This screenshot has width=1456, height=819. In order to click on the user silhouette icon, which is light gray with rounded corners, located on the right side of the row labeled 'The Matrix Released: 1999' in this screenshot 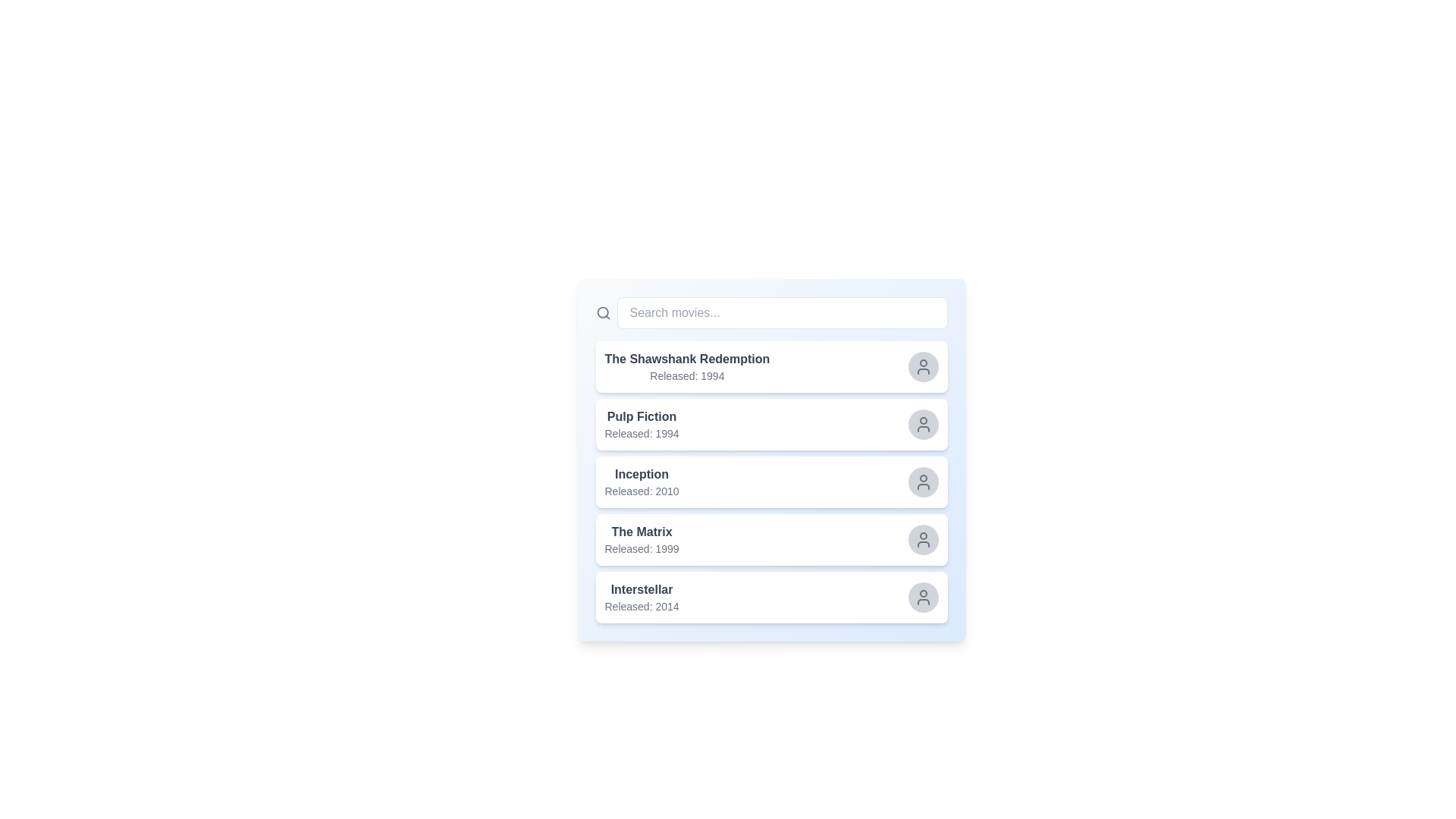, I will do `click(922, 539)`.